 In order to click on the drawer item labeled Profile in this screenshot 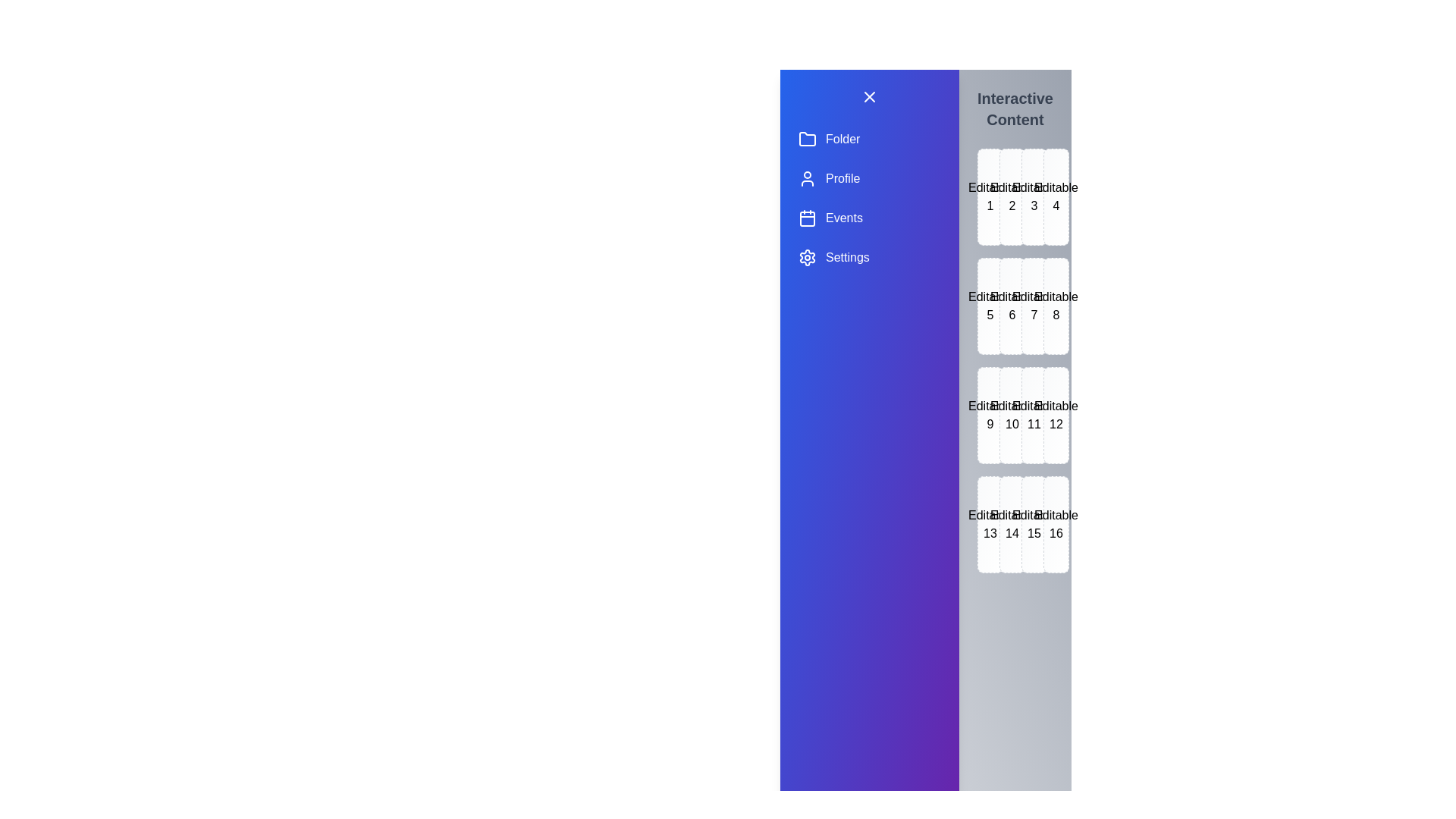, I will do `click(869, 177)`.